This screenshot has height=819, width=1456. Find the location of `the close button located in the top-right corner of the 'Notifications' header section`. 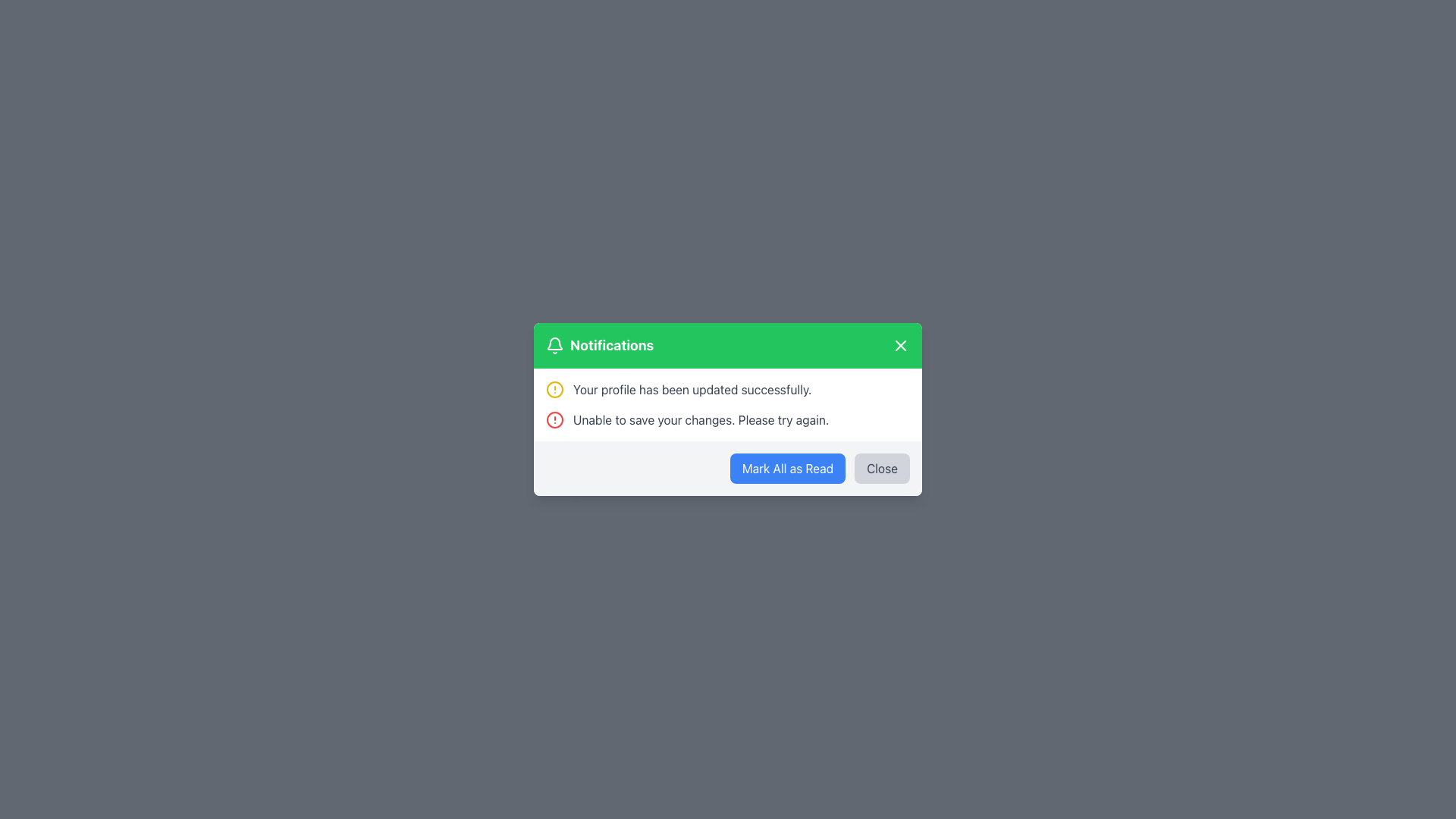

the close button located in the top-right corner of the 'Notifications' header section is located at coordinates (901, 345).